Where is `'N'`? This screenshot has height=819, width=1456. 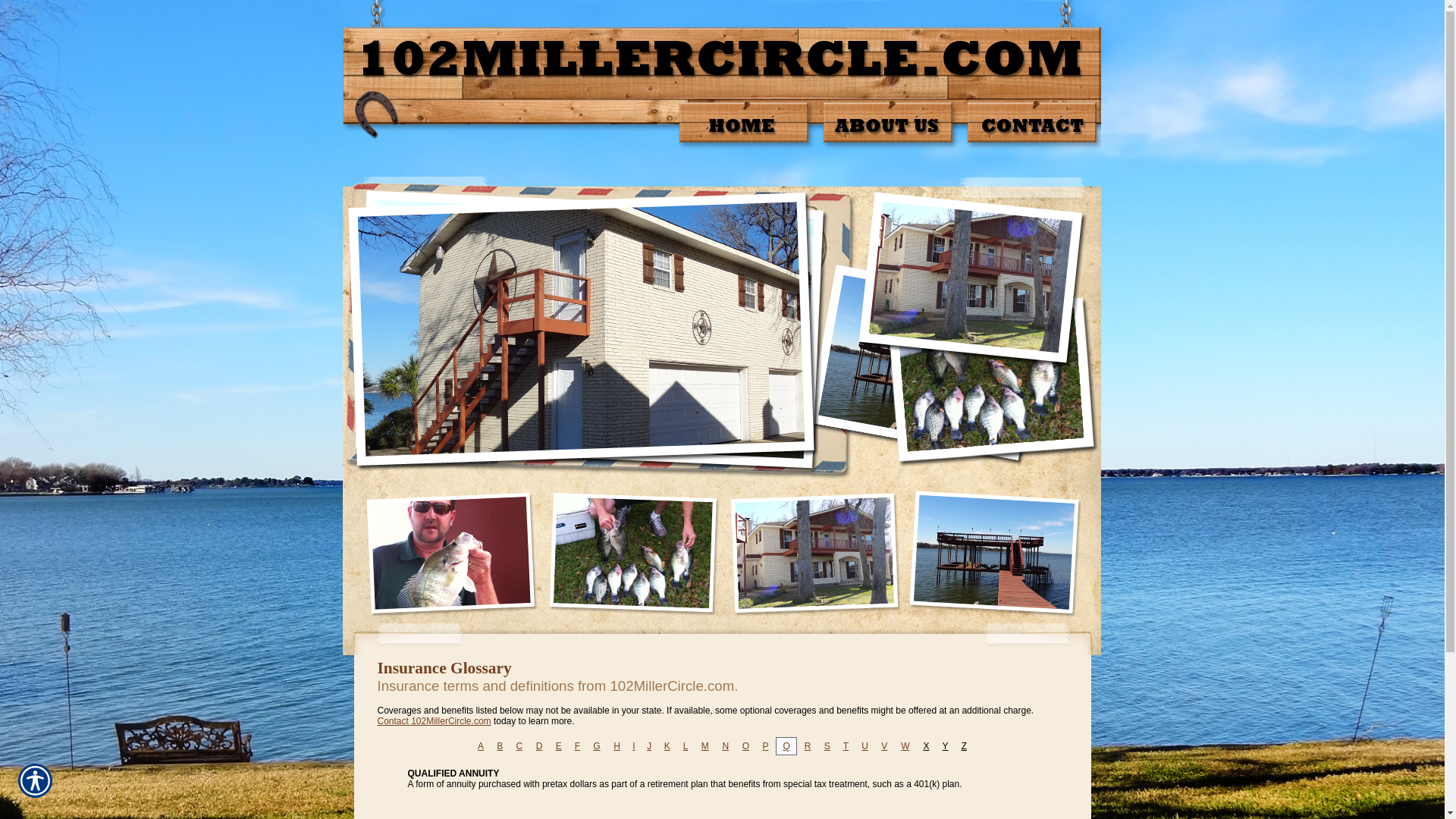 'N' is located at coordinates (724, 745).